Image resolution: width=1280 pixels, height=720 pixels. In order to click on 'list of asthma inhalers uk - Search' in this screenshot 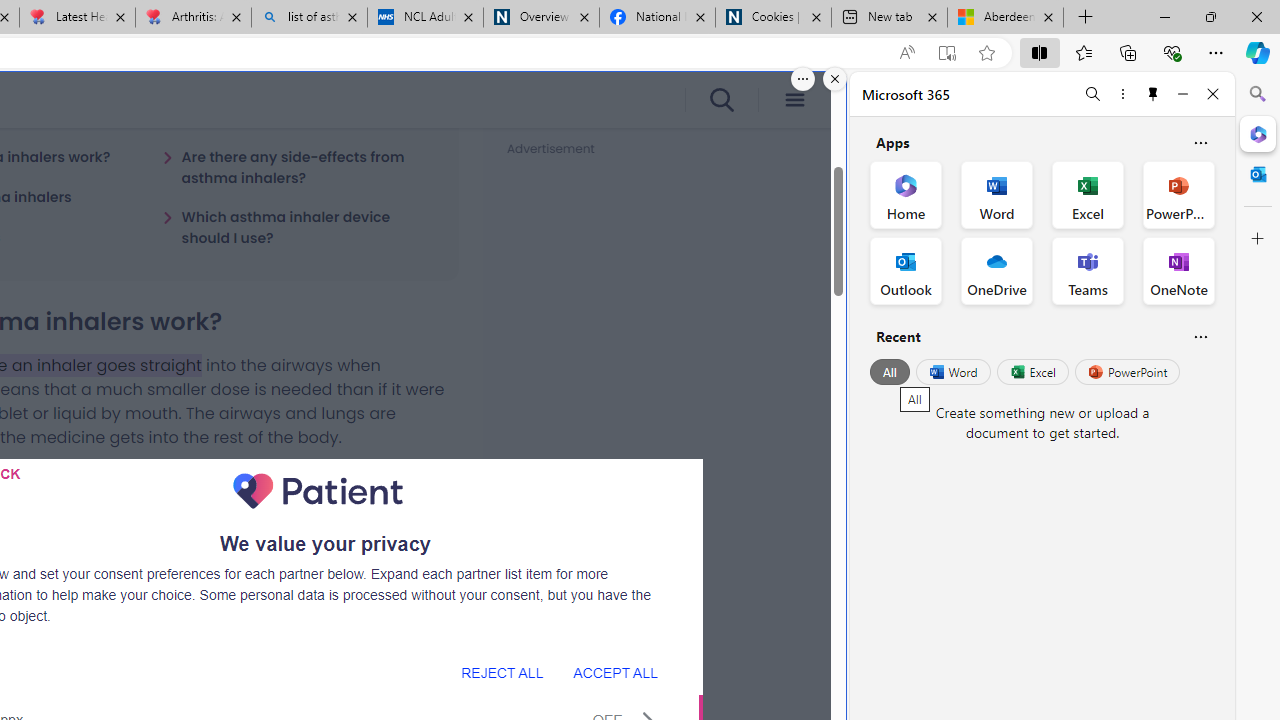, I will do `click(308, 17)`.